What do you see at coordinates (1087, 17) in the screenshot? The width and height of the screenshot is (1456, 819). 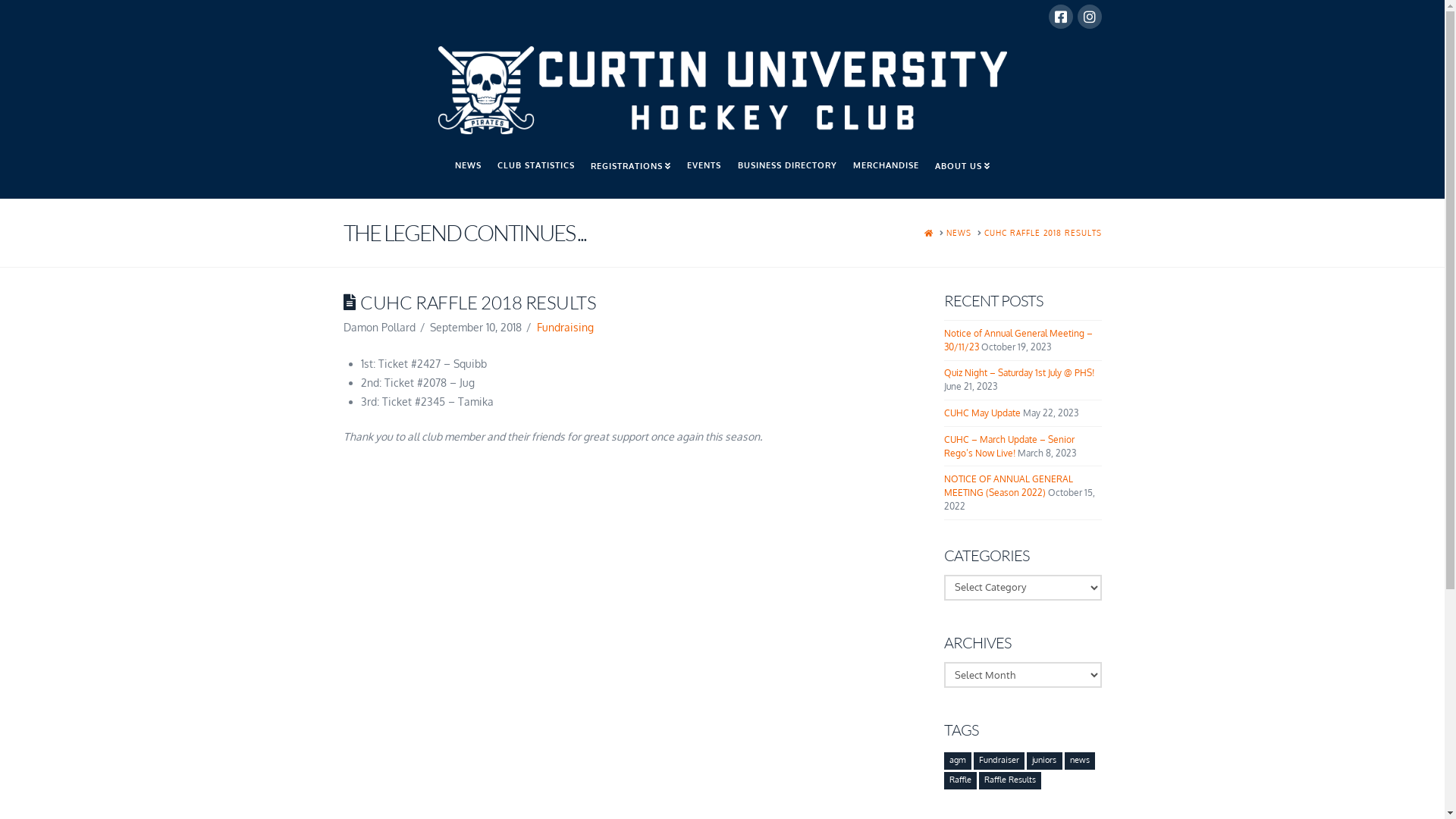 I see `'Instagram'` at bounding box center [1087, 17].